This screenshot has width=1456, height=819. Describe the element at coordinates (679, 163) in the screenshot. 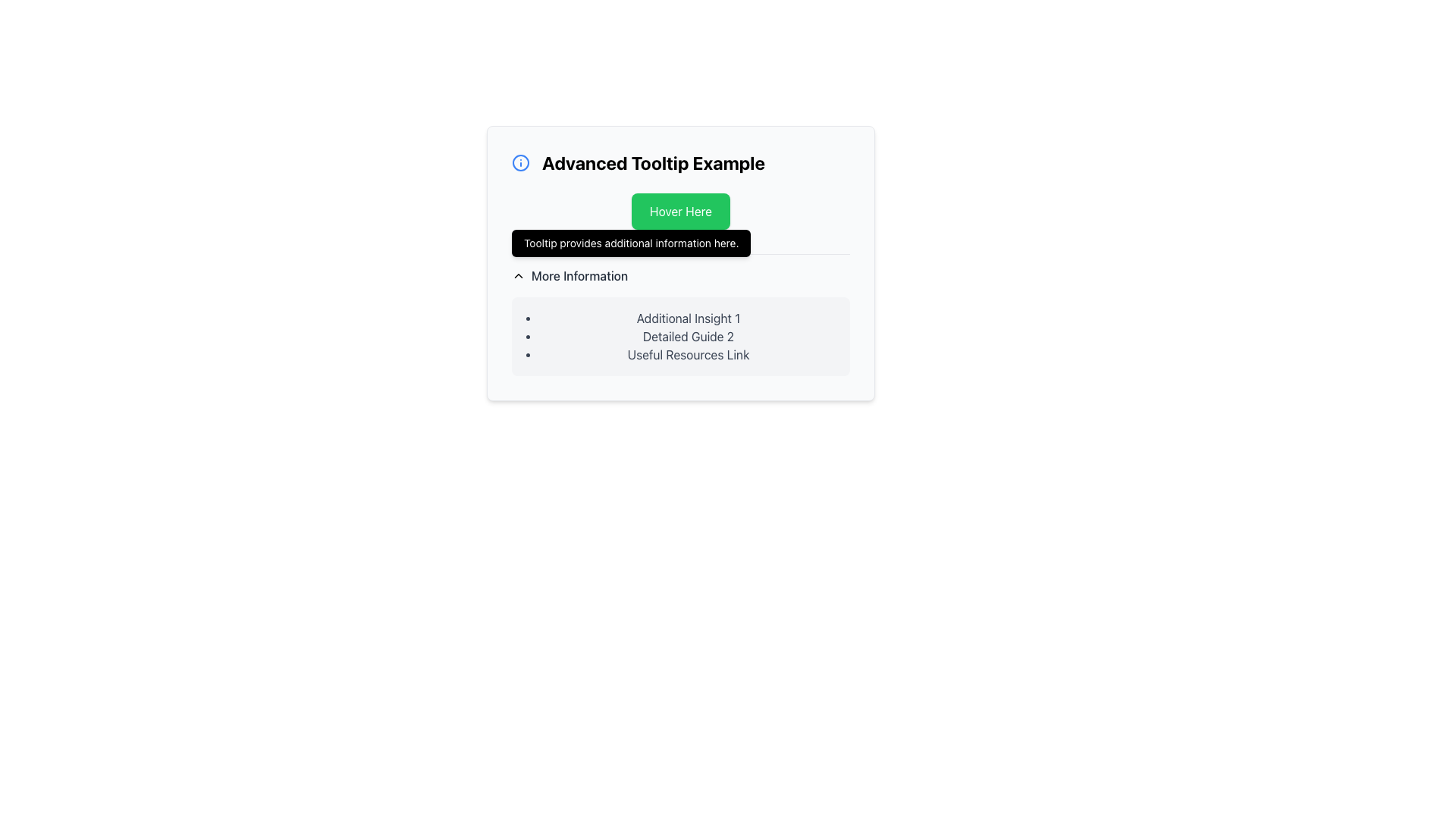

I see `the Text Label that serves as a title or header, located above the green button labeled 'Hover Here' and next to an information icon` at that location.